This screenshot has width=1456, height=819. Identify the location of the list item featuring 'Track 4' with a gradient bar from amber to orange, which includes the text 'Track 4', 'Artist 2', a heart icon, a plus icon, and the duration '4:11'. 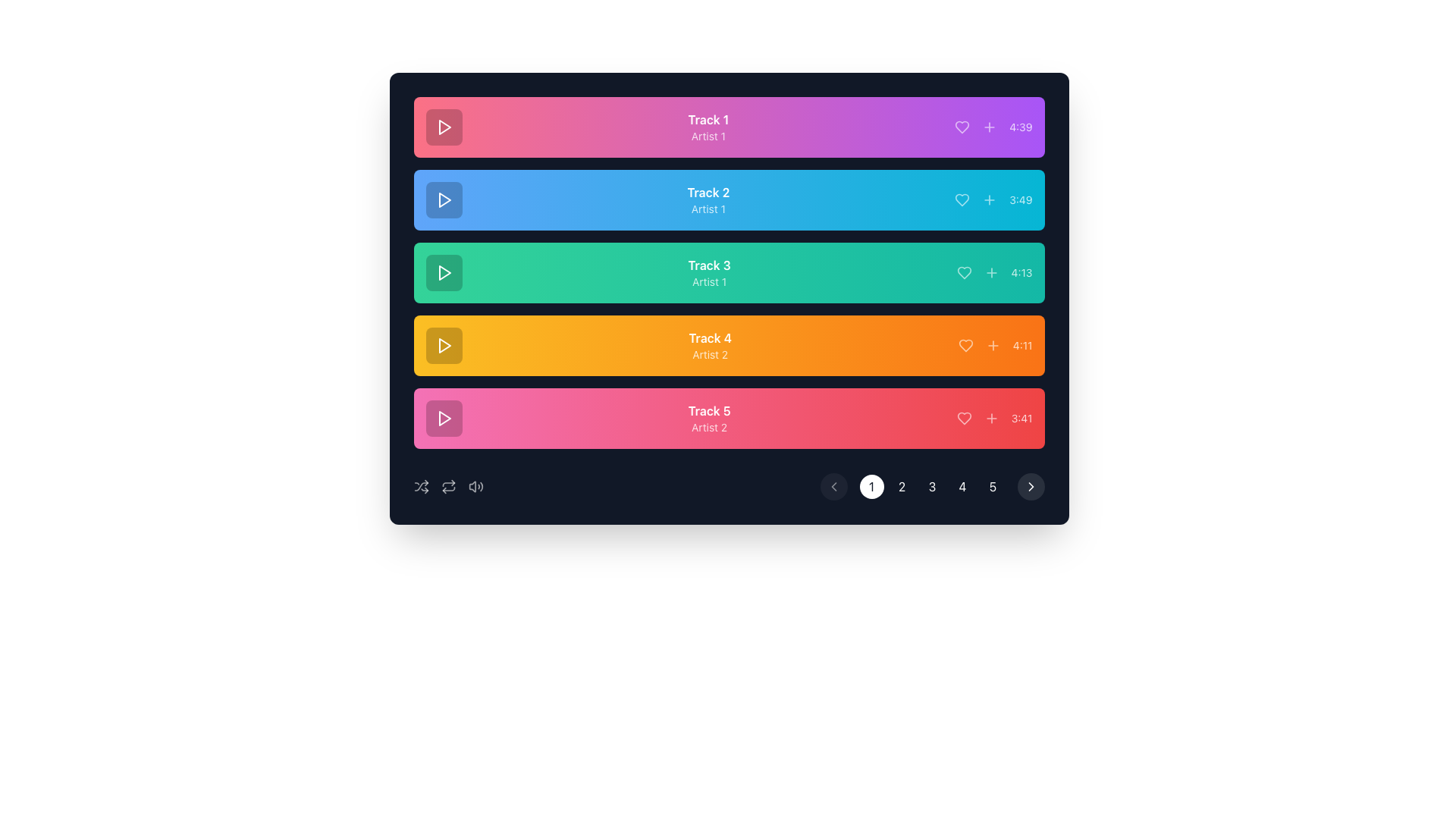
(729, 345).